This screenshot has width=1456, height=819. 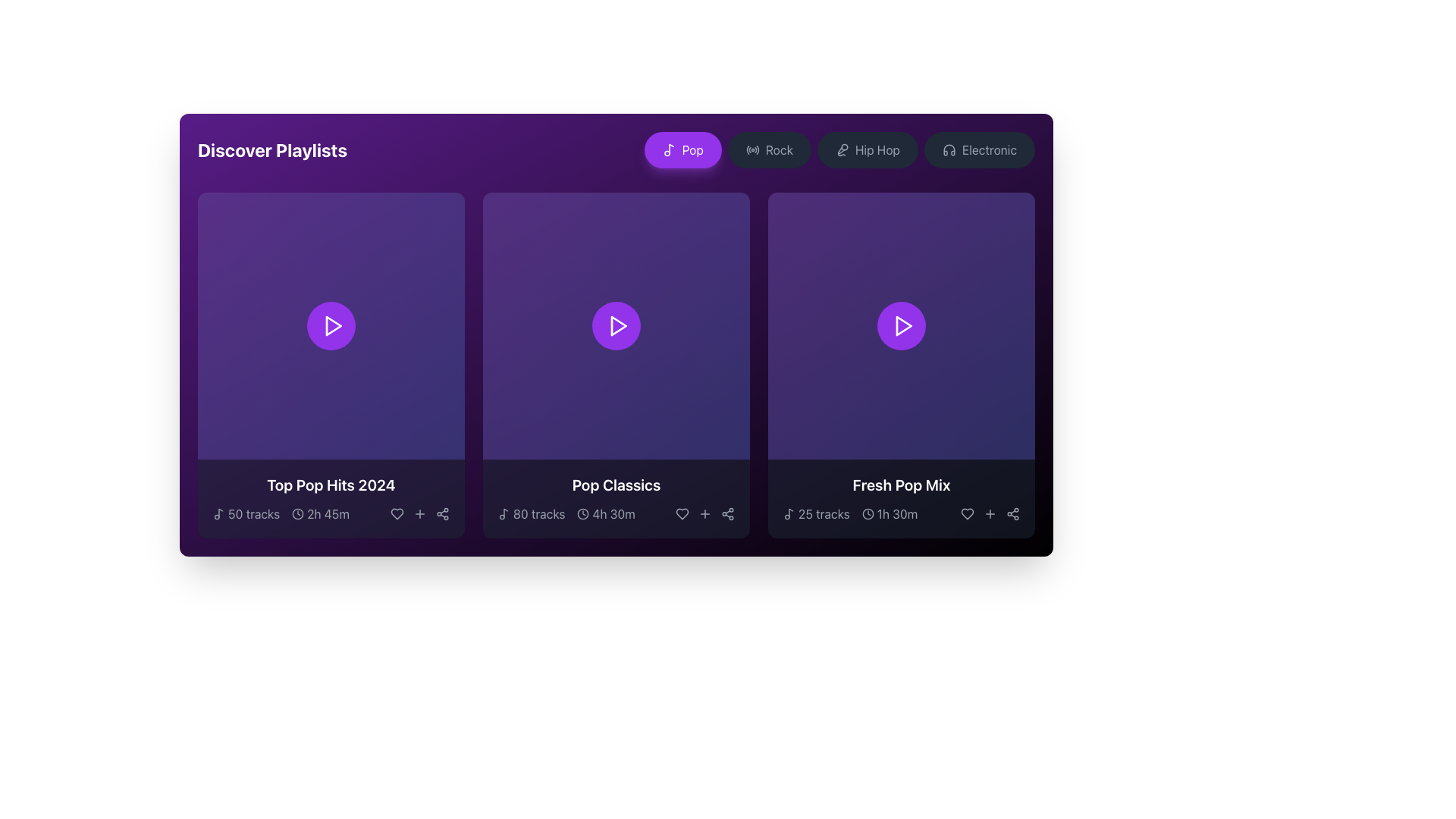 What do you see at coordinates (904, 325) in the screenshot?
I see `the triangular play icon with a purple fill and pink stroke located in the third card from the left, above the title 'Fresh Pop Mix'` at bounding box center [904, 325].